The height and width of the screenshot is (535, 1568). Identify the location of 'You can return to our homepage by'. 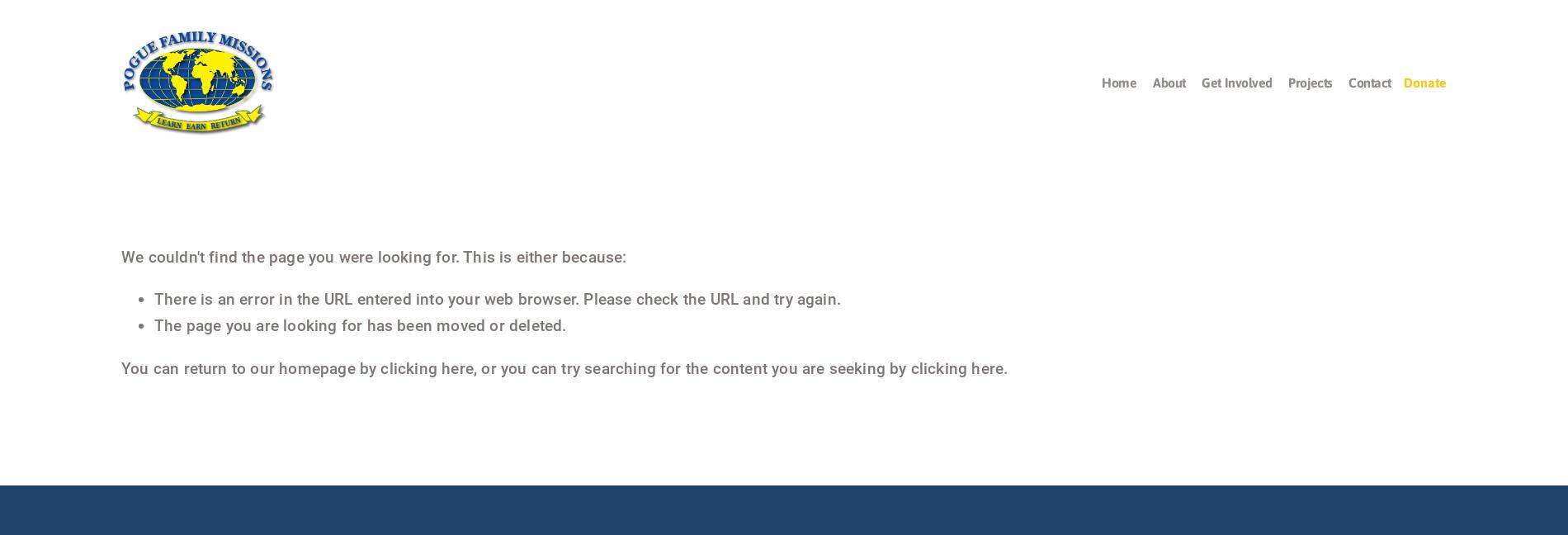
(250, 367).